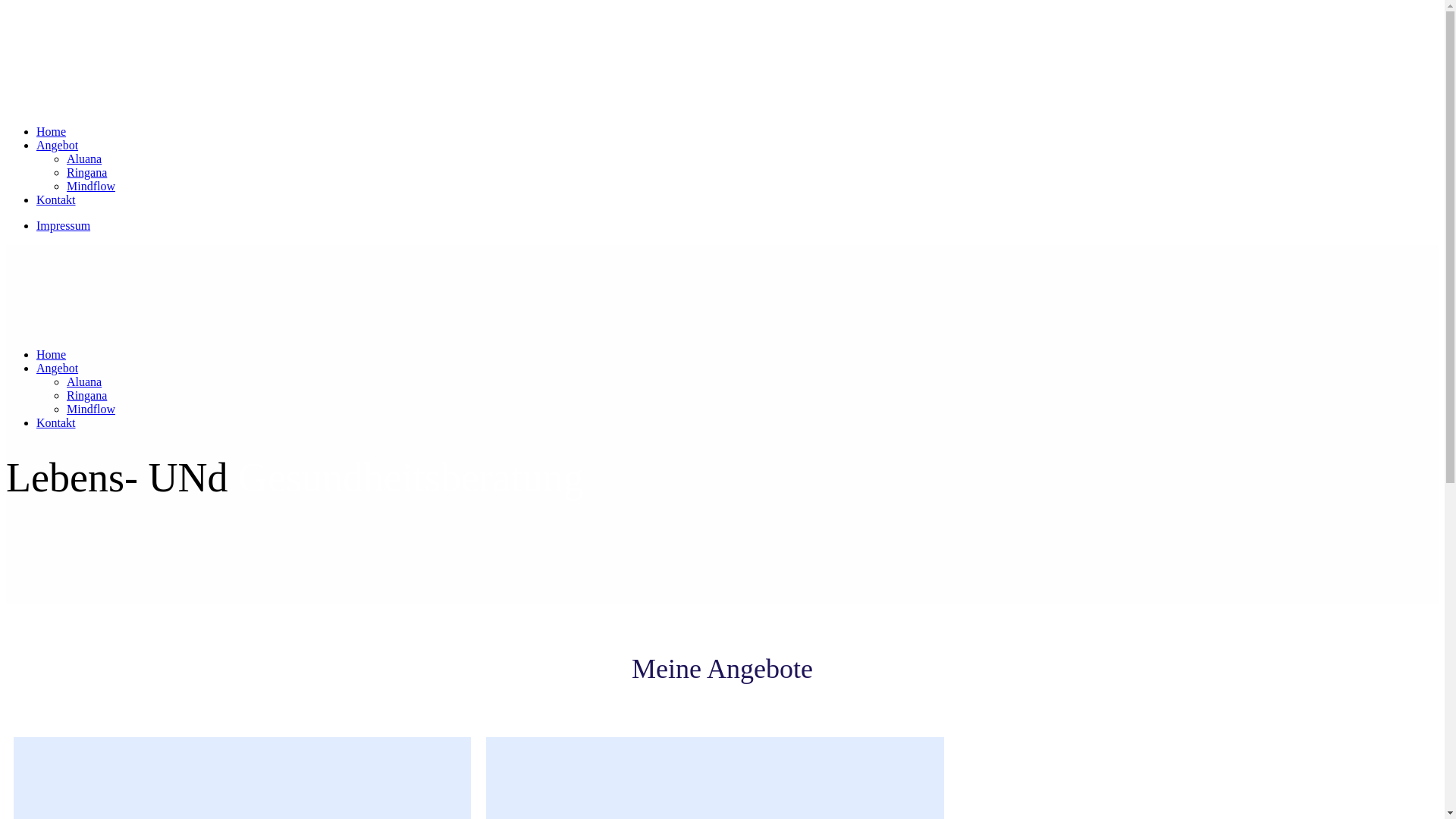  What do you see at coordinates (86, 171) in the screenshot?
I see `'Ringana'` at bounding box center [86, 171].